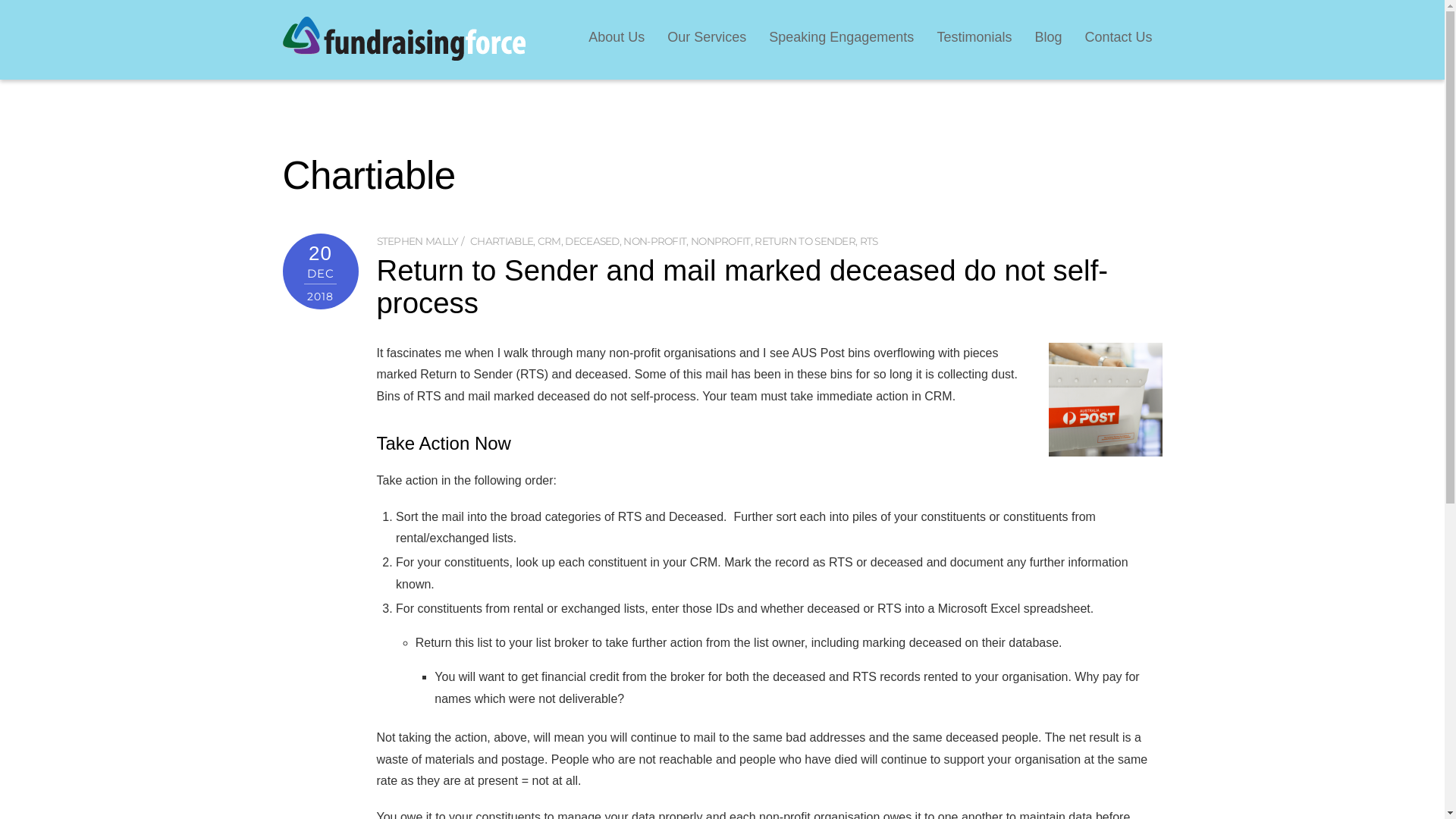 Image resolution: width=1456 pixels, height=819 pixels. What do you see at coordinates (616, 34) in the screenshot?
I see `'About Us'` at bounding box center [616, 34].